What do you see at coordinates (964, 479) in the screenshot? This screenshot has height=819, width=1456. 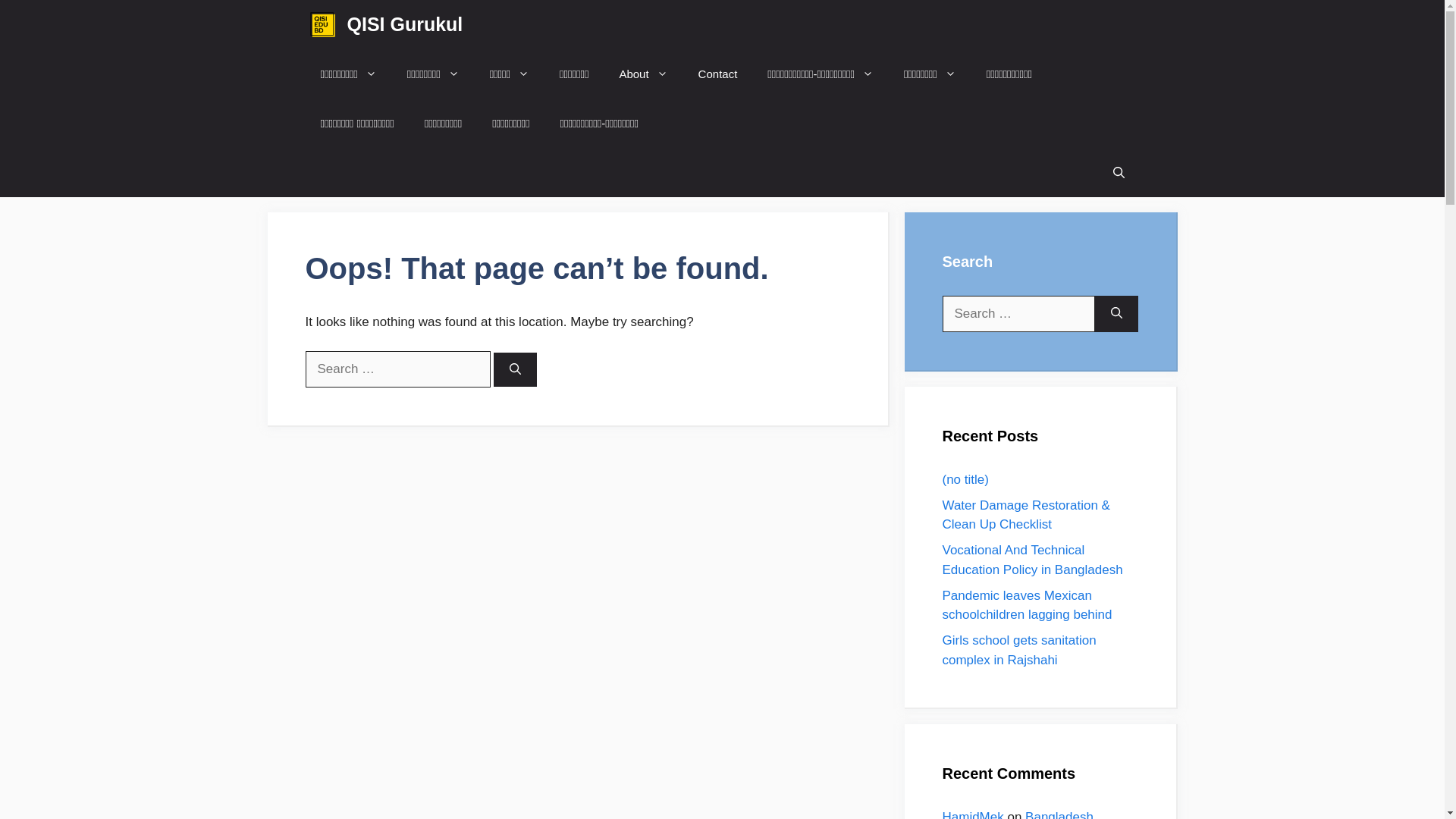 I see `'(no title)'` at bounding box center [964, 479].